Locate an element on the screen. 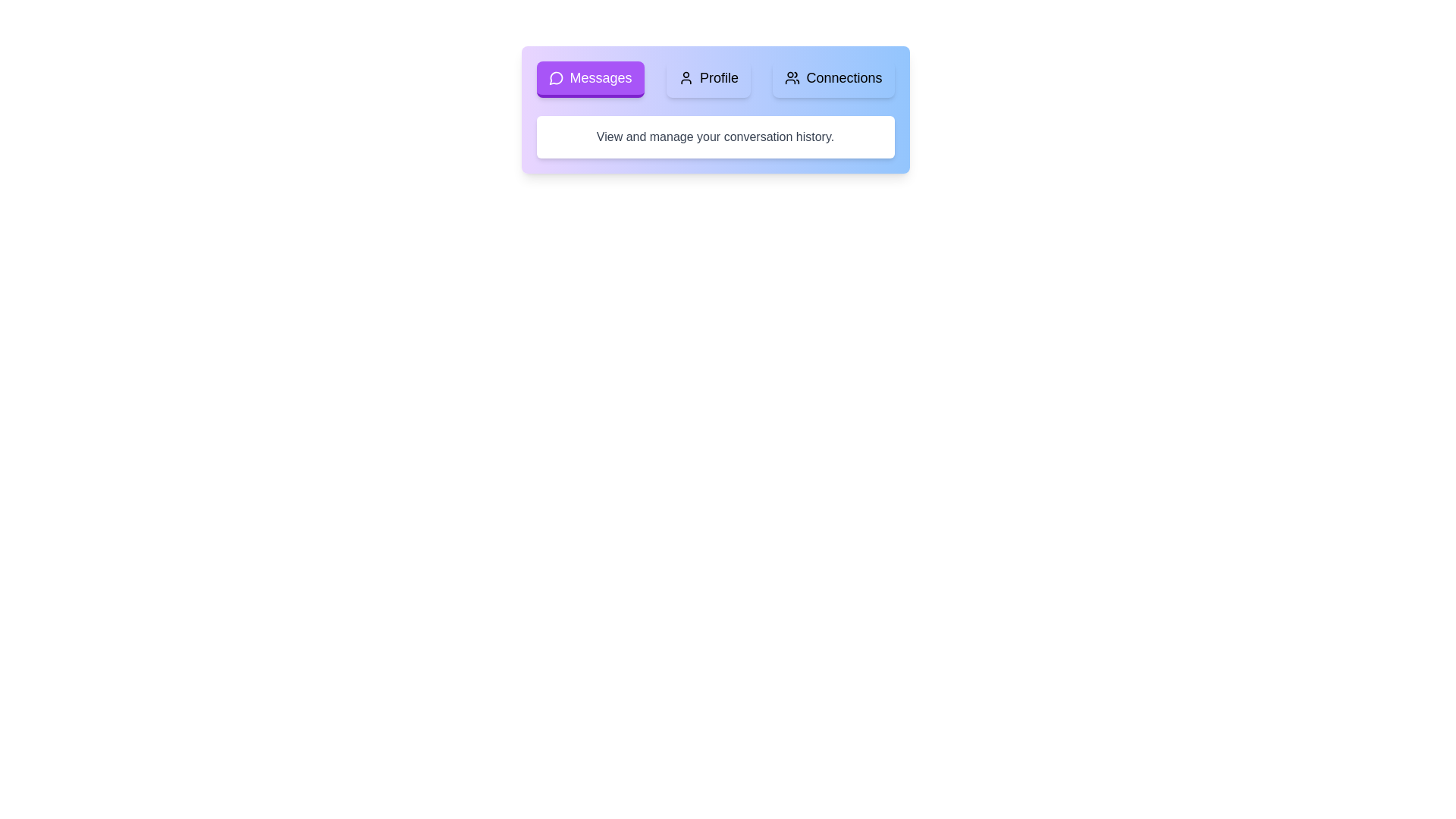 The height and width of the screenshot is (819, 1456). the 'Messages' button, which includes an icon representing the 'Messages' section in the top-left navigation bar is located at coordinates (555, 78).